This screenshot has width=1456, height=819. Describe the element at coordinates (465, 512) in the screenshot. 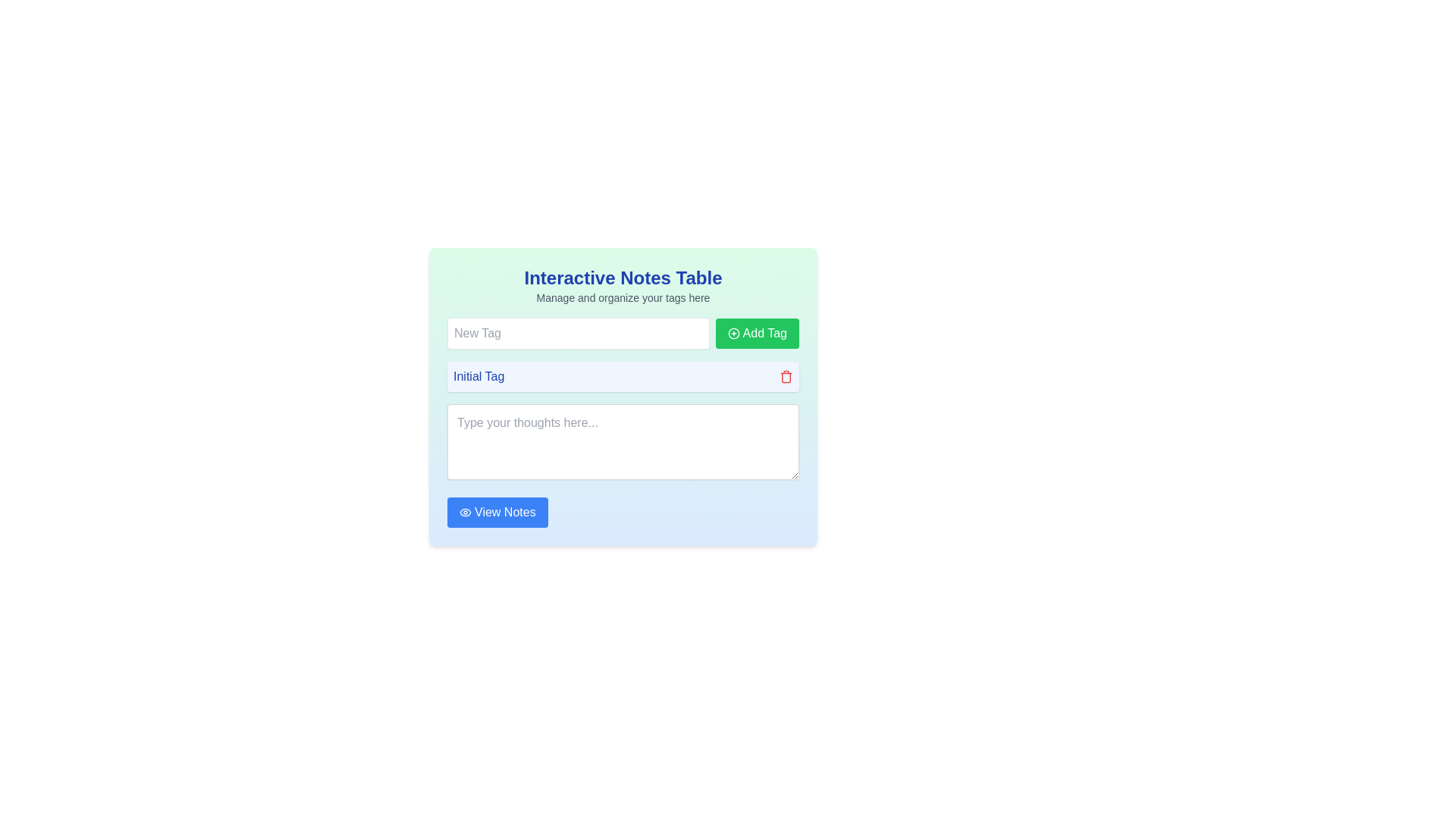

I see `the 'View Notes' button which contains the icon visually representing the action associated with it, located centrally aligned with the text label 'View Notes' and slightly to the left` at that location.